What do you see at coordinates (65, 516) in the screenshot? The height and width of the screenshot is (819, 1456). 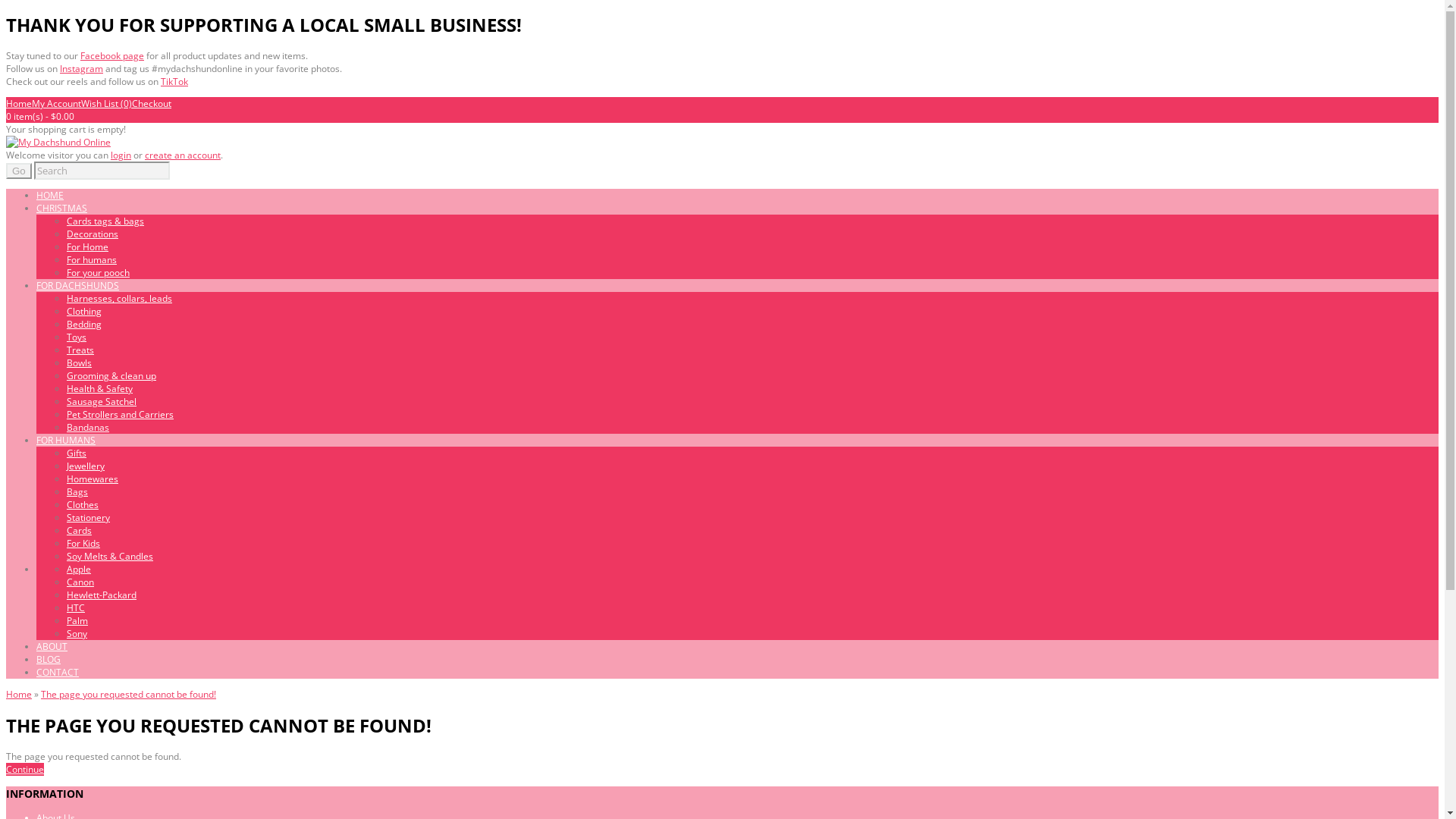 I see `'Stationery'` at bounding box center [65, 516].